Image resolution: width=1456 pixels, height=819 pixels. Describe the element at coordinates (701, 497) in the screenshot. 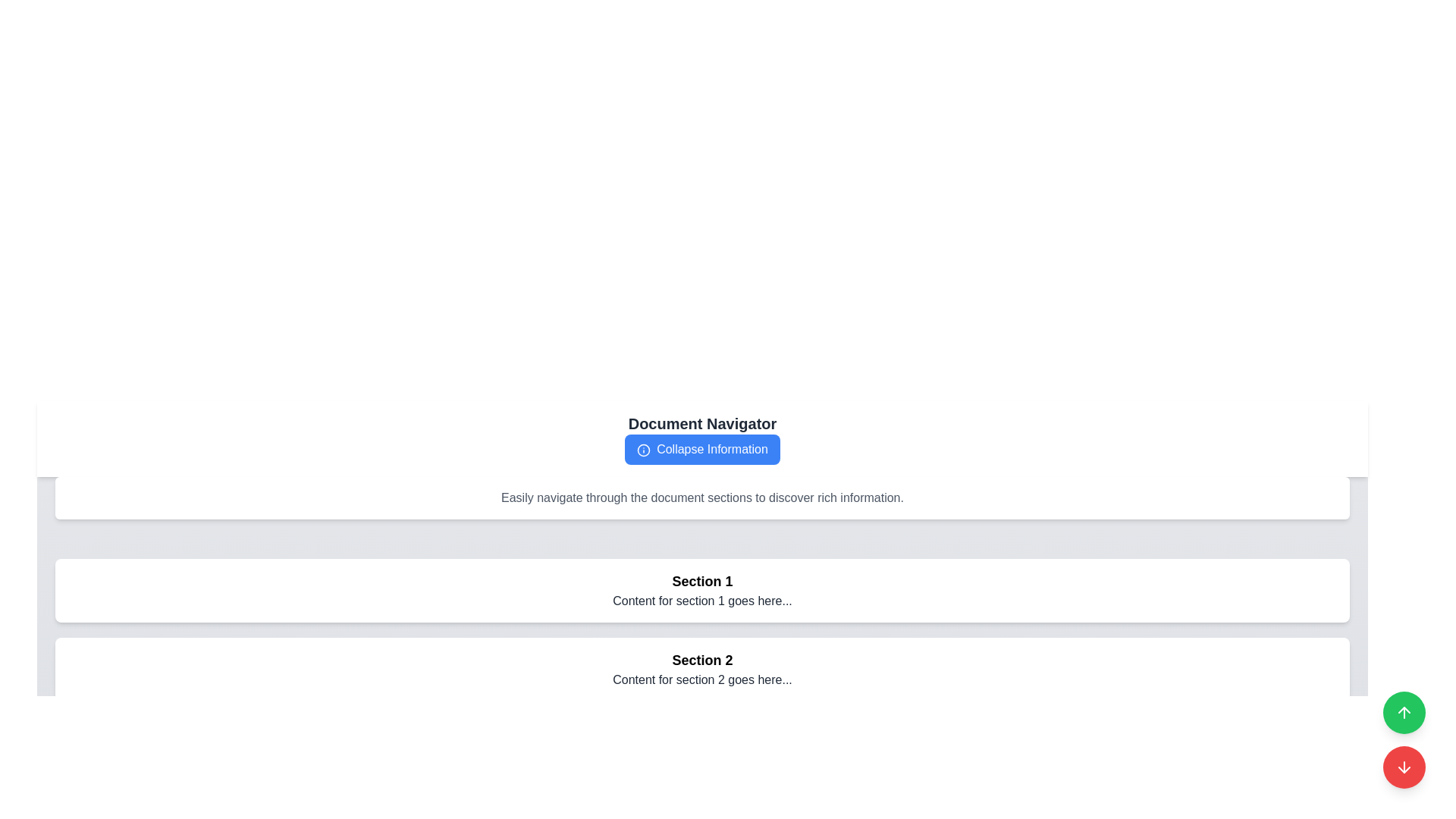

I see `the text label that contains the message 'Easily navigate through the document sections to discover rich information.' positioned below the 'Document Navigator' heading` at that location.